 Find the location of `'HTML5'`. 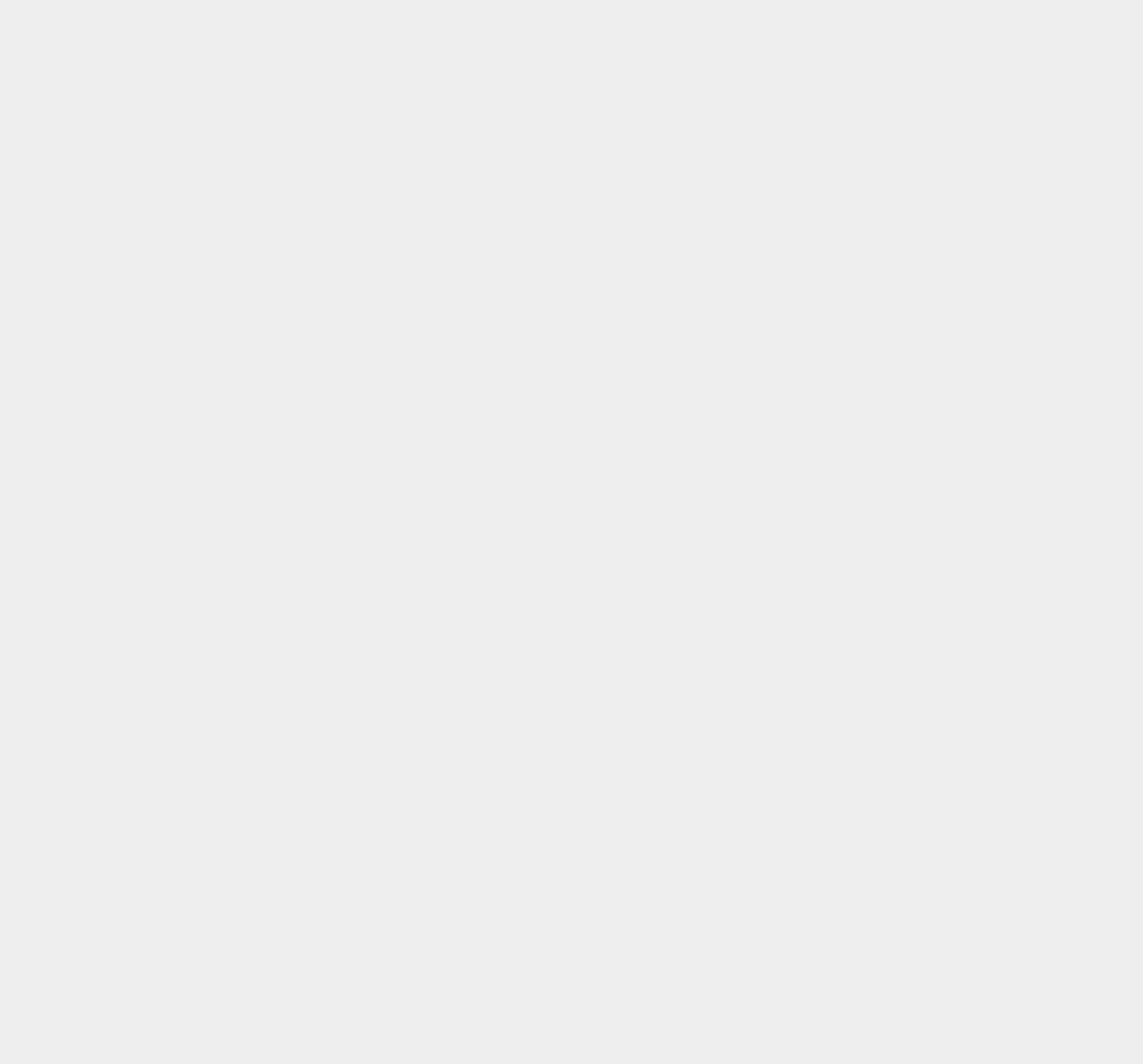

'HTML5' is located at coordinates (830, 647).